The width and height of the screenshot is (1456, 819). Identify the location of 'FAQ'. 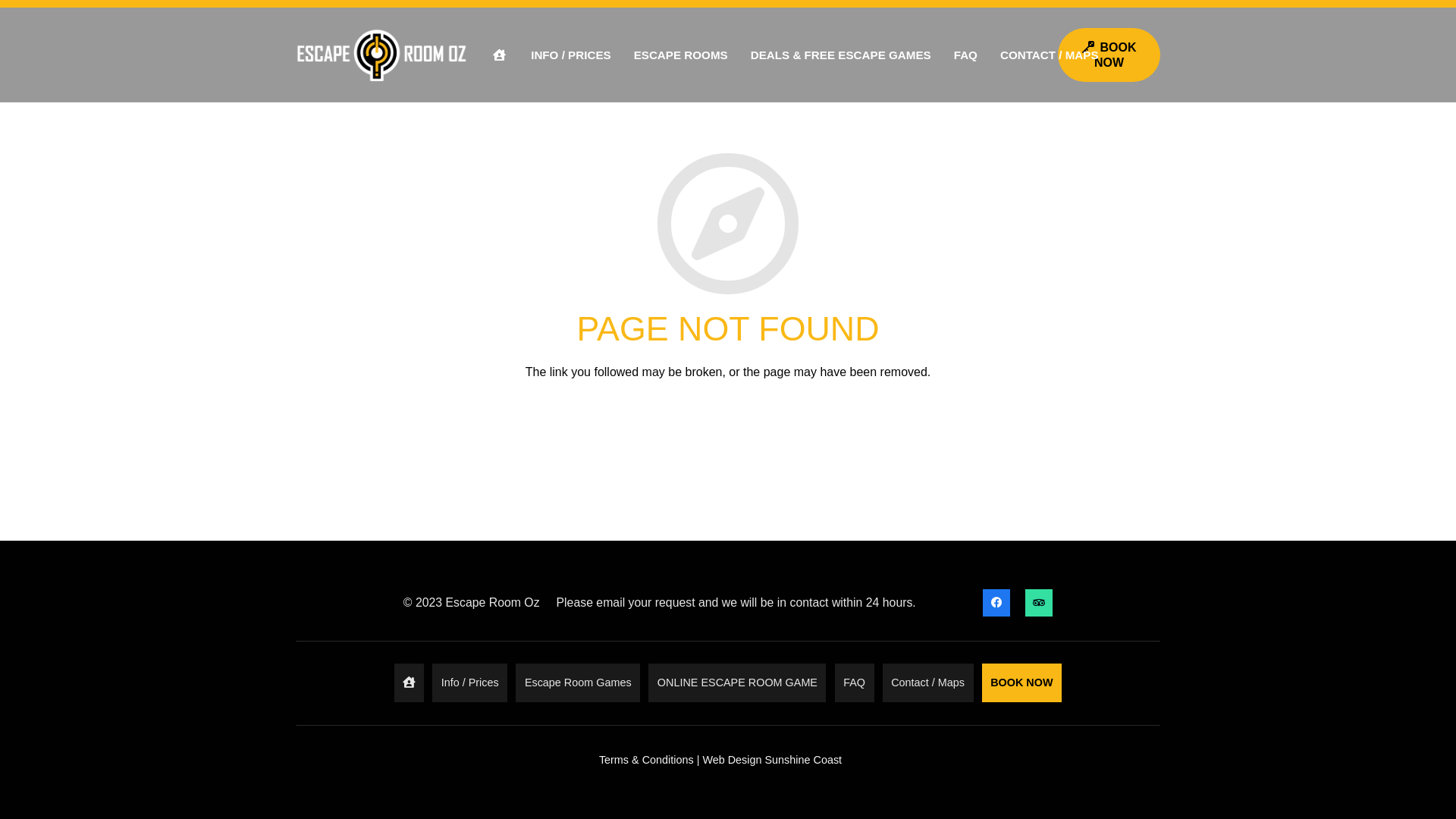
(855, 682).